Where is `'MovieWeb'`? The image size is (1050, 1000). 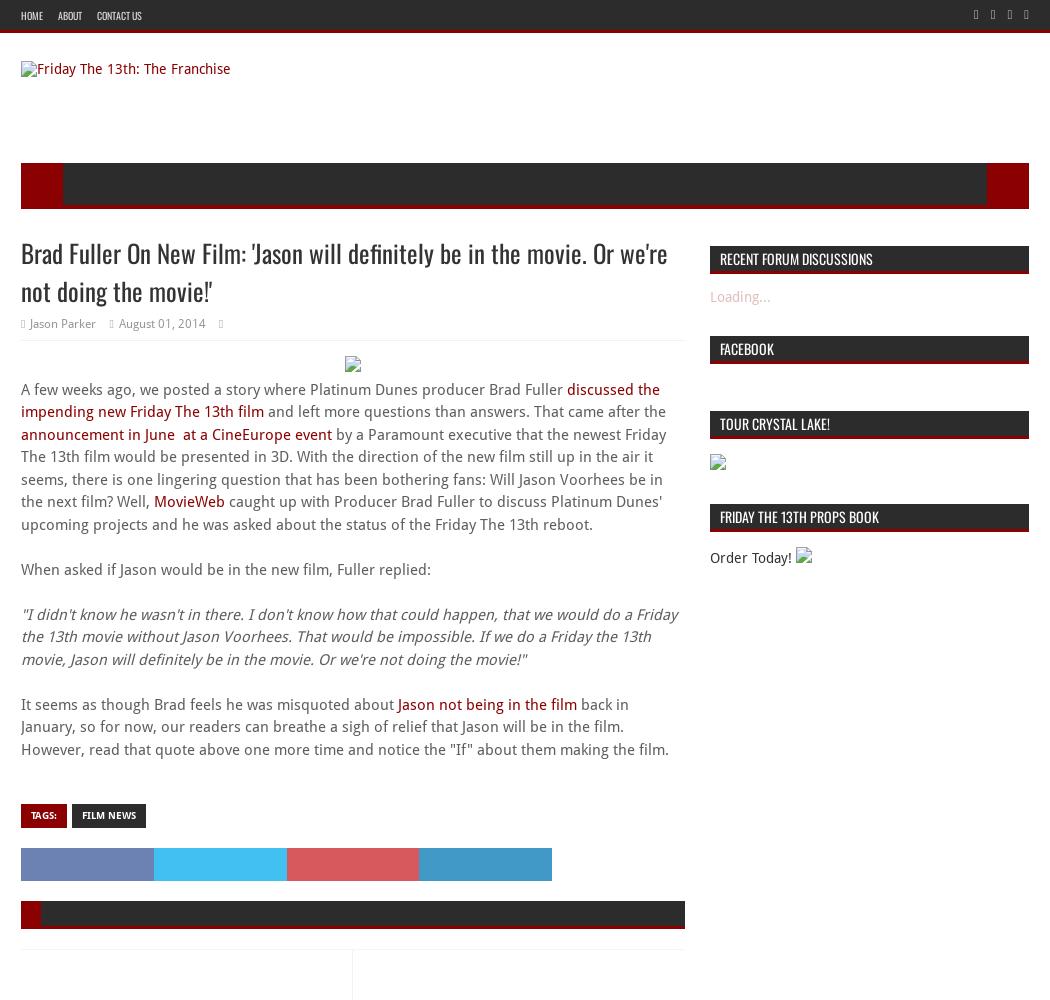
'MovieWeb' is located at coordinates (154, 502).